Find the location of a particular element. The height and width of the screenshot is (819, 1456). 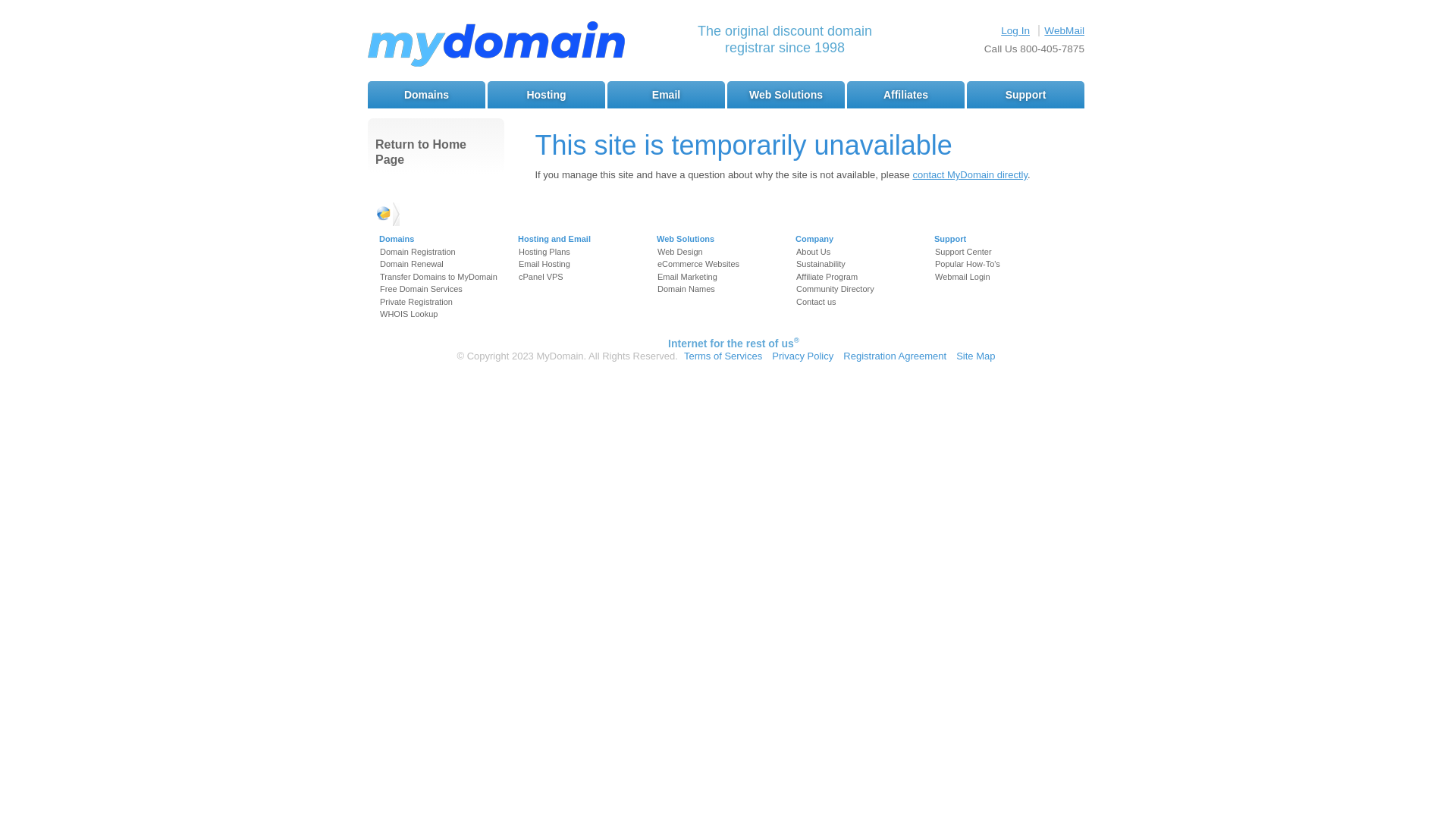

'Transfer Domains to MyDomain' is located at coordinates (438, 277).